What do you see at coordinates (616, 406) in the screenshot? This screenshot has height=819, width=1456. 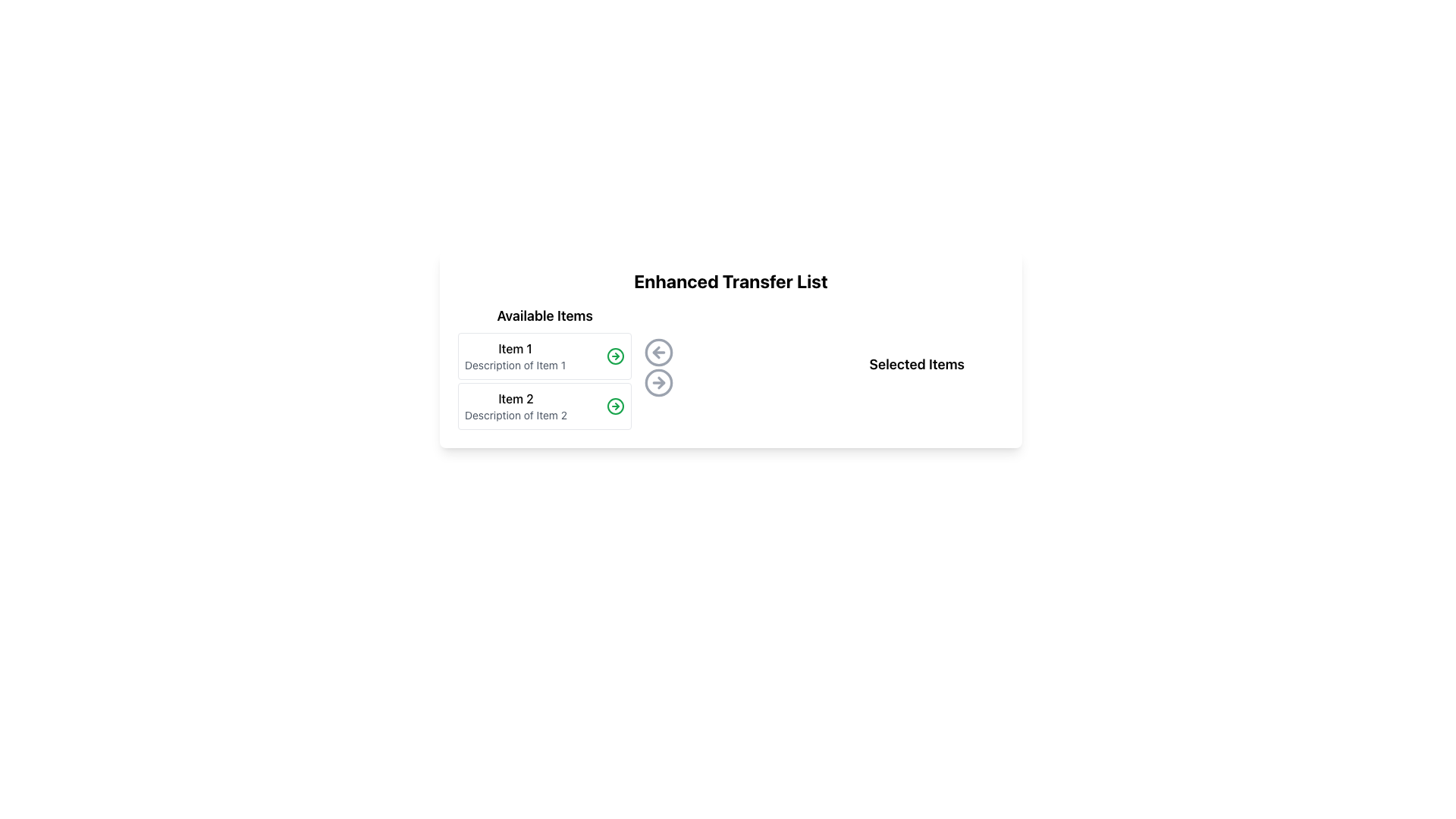 I see `the Icon button for Item 2, which is located to the right of the text 'Item 2' in the 'Available Items' column` at bounding box center [616, 406].